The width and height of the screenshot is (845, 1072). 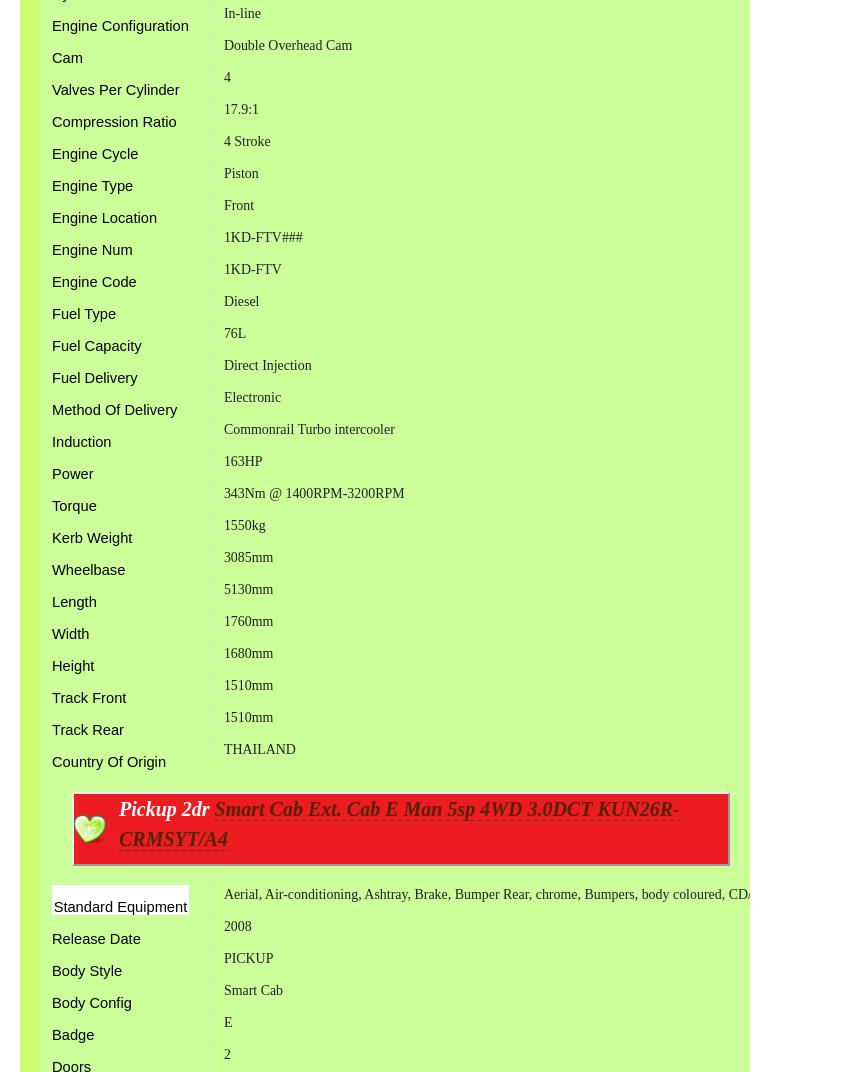 I want to click on 'Engine Code', so click(x=93, y=281).